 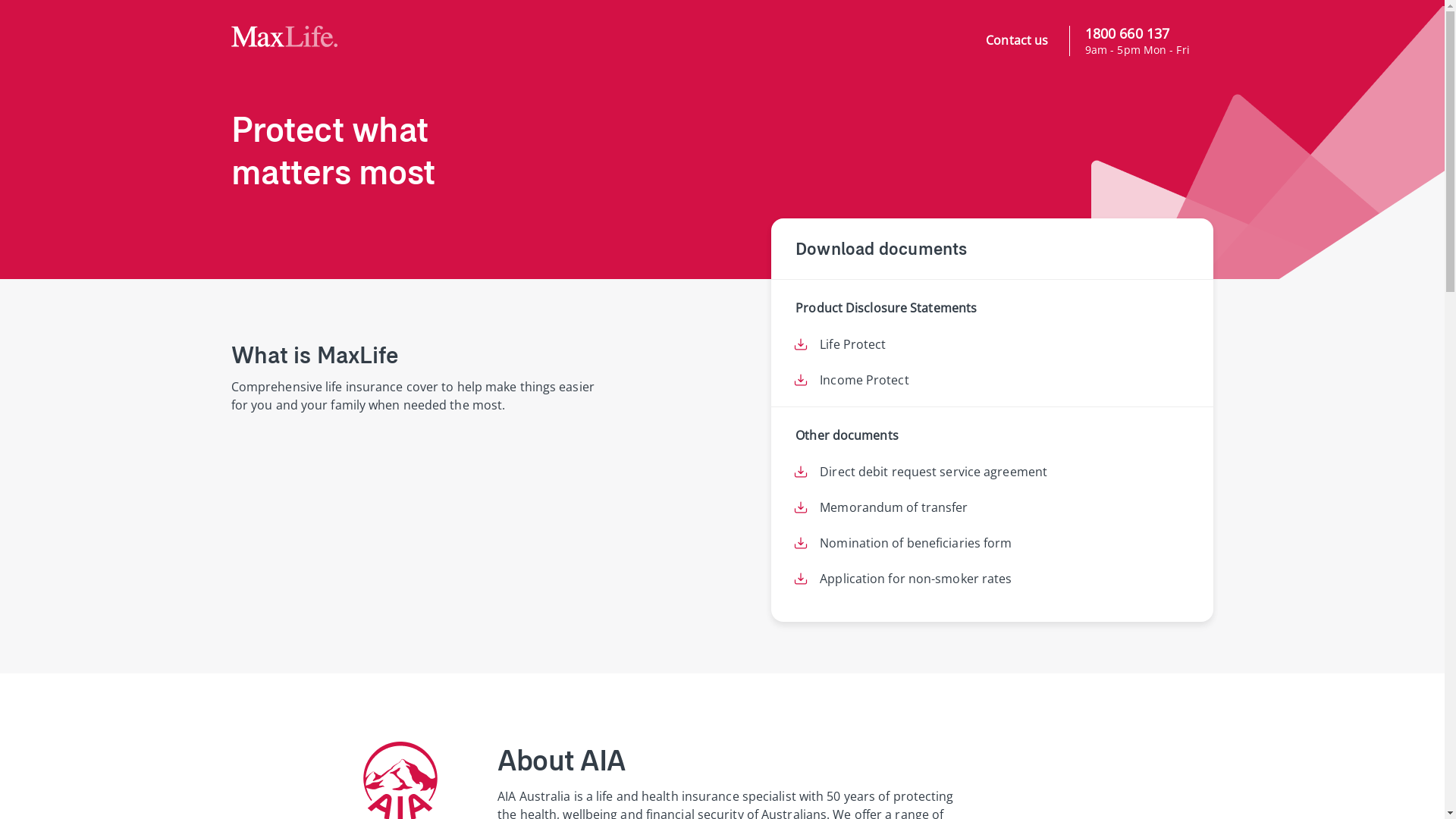 I want to click on 'Direct debit request service agreement', so click(x=932, y=470).